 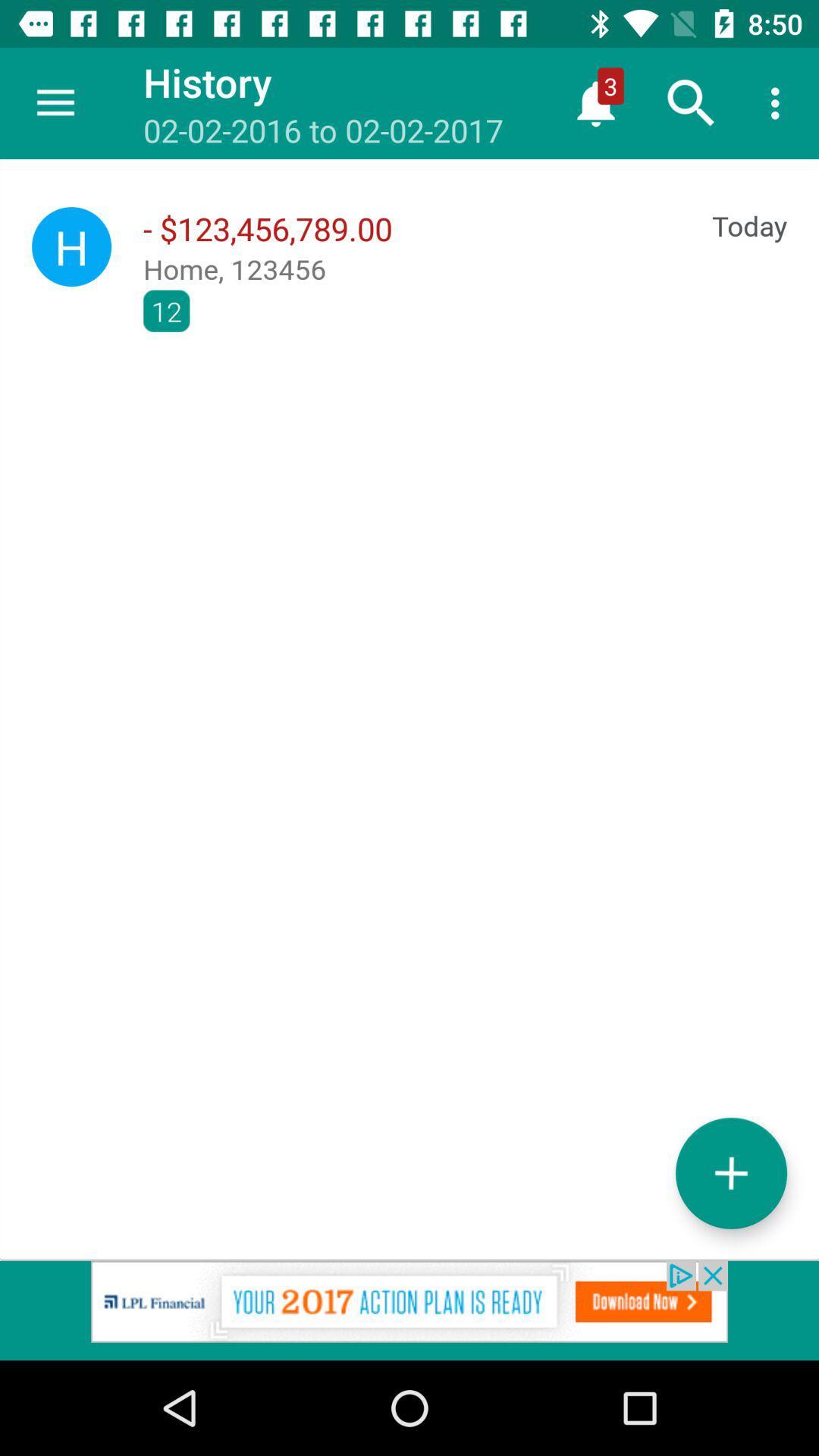 I want to click on the add icon, so click(x=730, y=1172).